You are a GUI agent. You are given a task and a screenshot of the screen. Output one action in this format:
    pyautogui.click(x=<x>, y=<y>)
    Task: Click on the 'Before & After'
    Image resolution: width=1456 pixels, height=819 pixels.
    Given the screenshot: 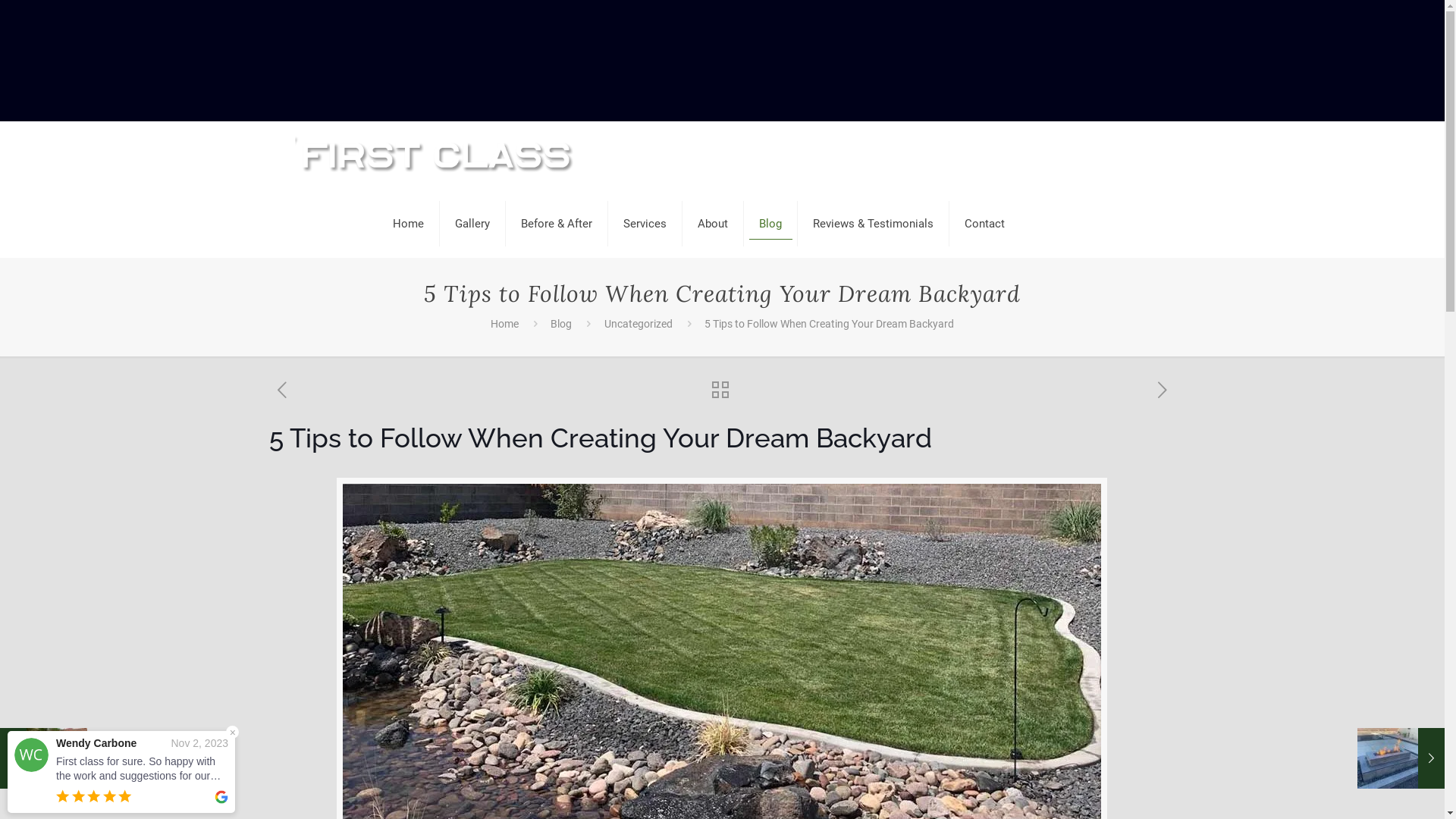 What is the action you would take?
    pyautogui.click(x=506, y=223)
    